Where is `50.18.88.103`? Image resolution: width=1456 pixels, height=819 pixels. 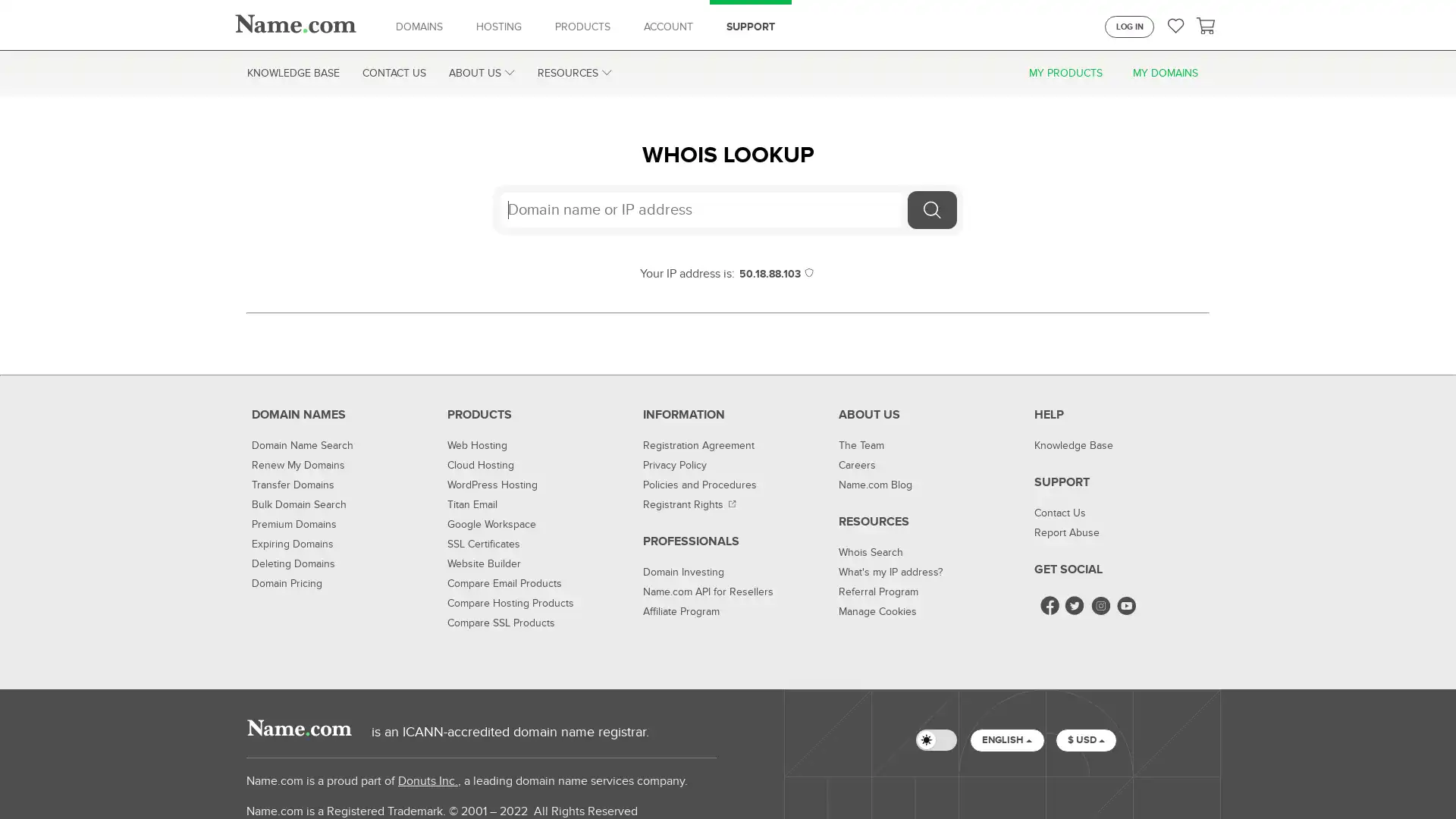 50.18.88.103 is located at coordinates (777, 274).